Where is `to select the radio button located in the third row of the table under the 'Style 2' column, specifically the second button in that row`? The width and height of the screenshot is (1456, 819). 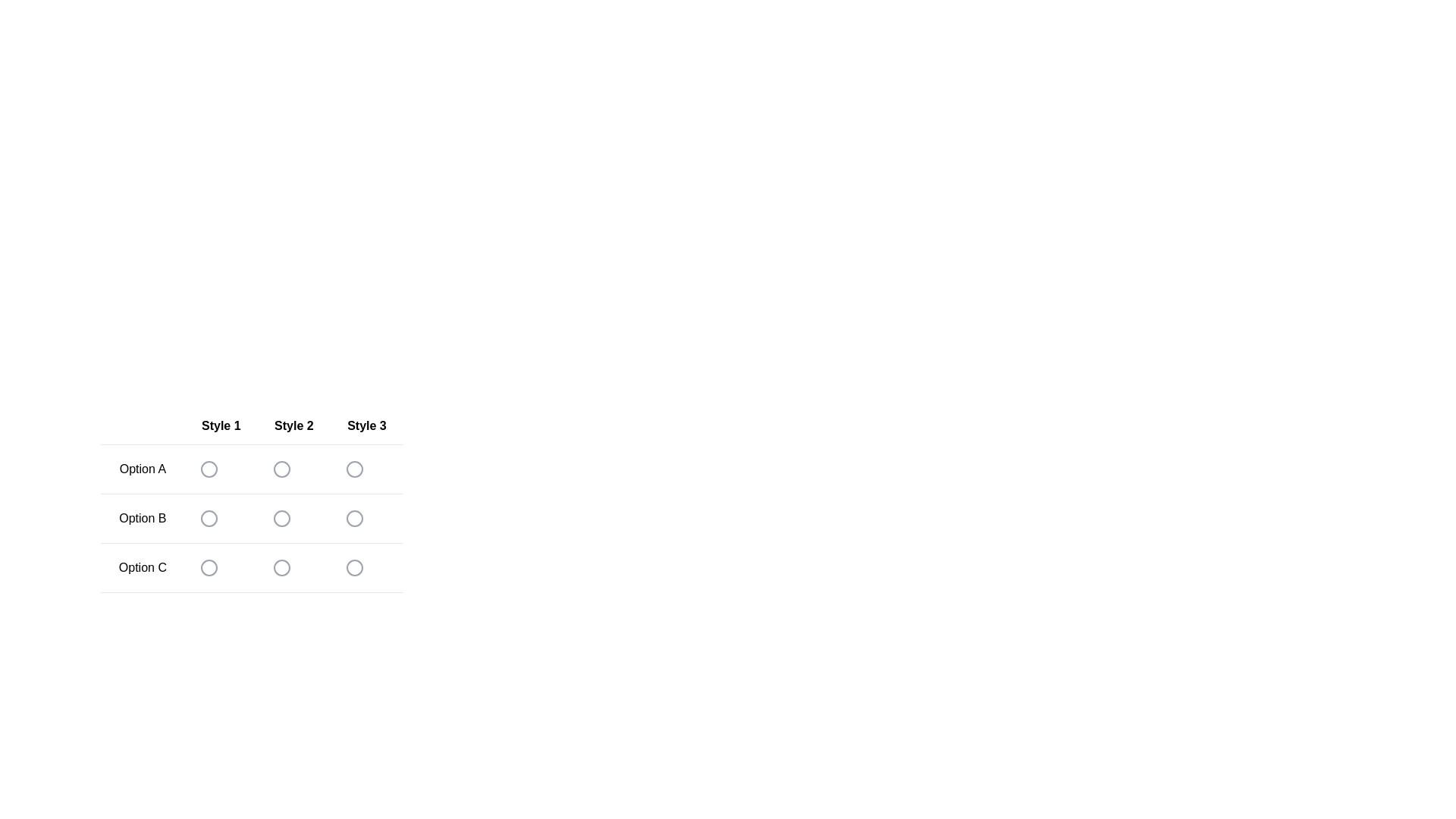 to select the radio button located in the third row of the table under the 'Style 2' column, specifically the second button in that row is located at coordinates (293, 567).